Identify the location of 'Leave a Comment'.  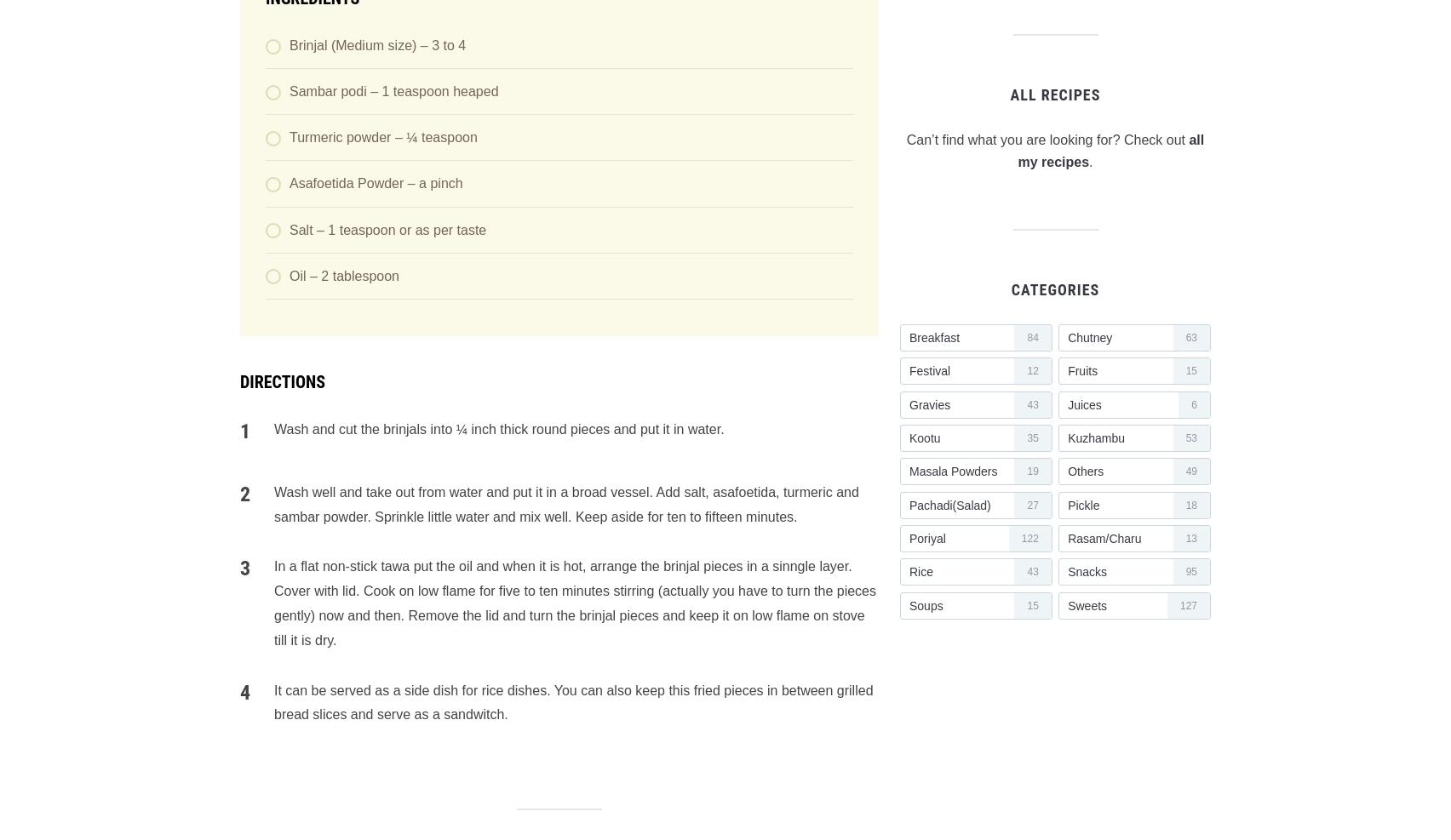
(327, 63).